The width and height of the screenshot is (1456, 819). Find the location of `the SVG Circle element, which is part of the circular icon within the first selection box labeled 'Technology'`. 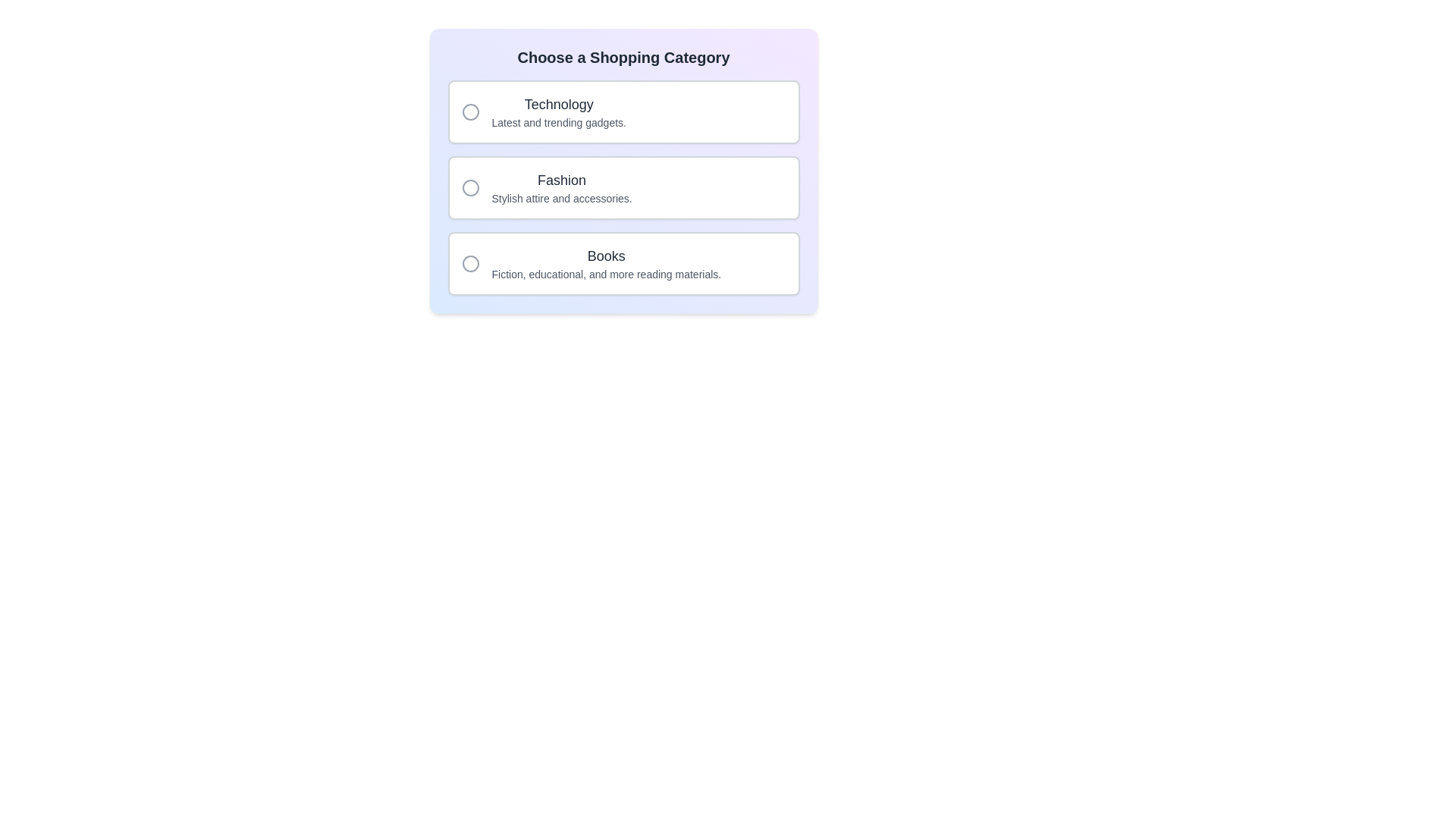

the SVG Circle element, which is part of the circular icon within the first selection box labeled 'Technology' is located at coordinates (469, 111).